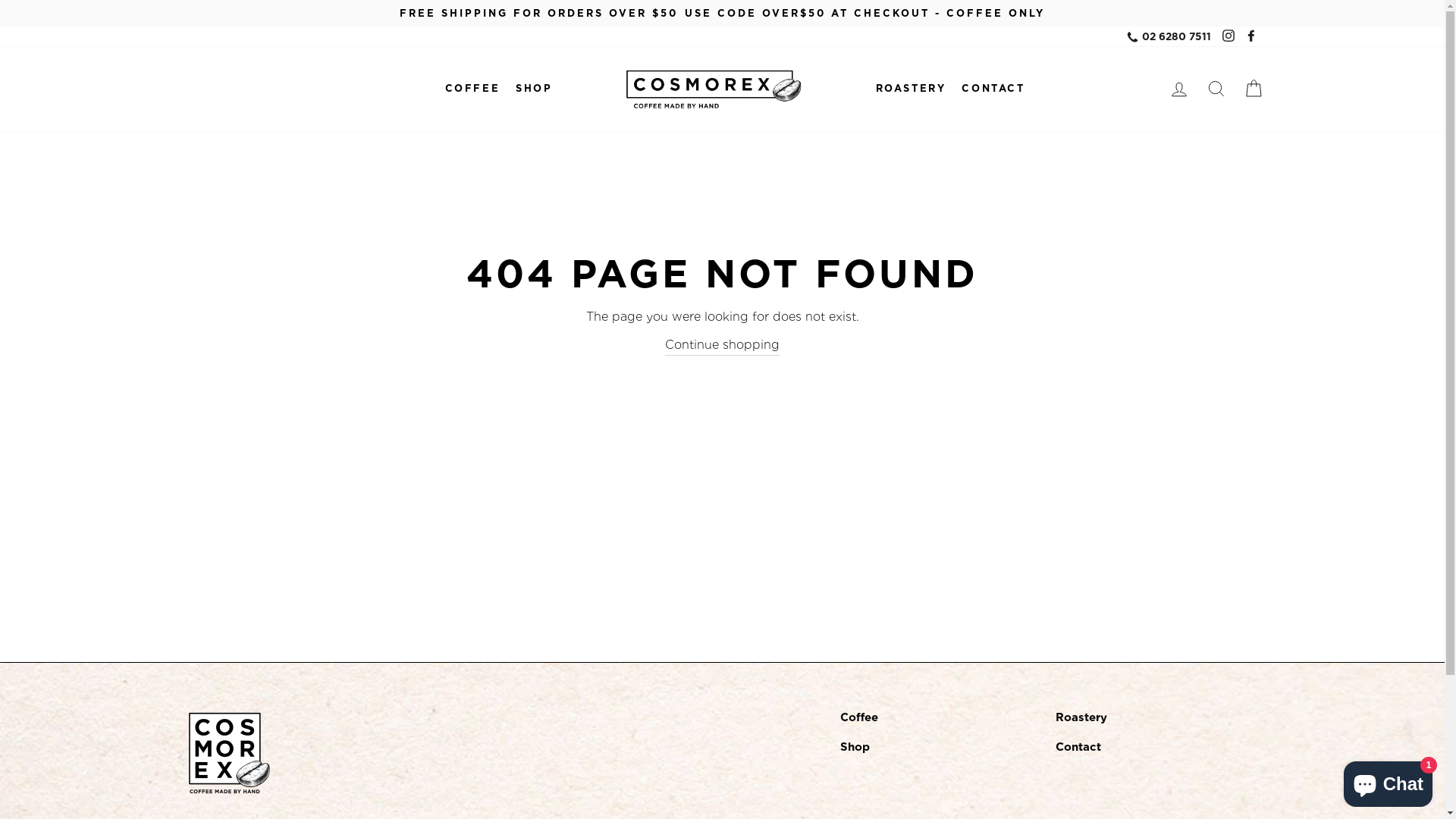  What do you see at coordinates (855, 746) in the screenshot?
I see `'Shop'` at bounding box center [855, 746].